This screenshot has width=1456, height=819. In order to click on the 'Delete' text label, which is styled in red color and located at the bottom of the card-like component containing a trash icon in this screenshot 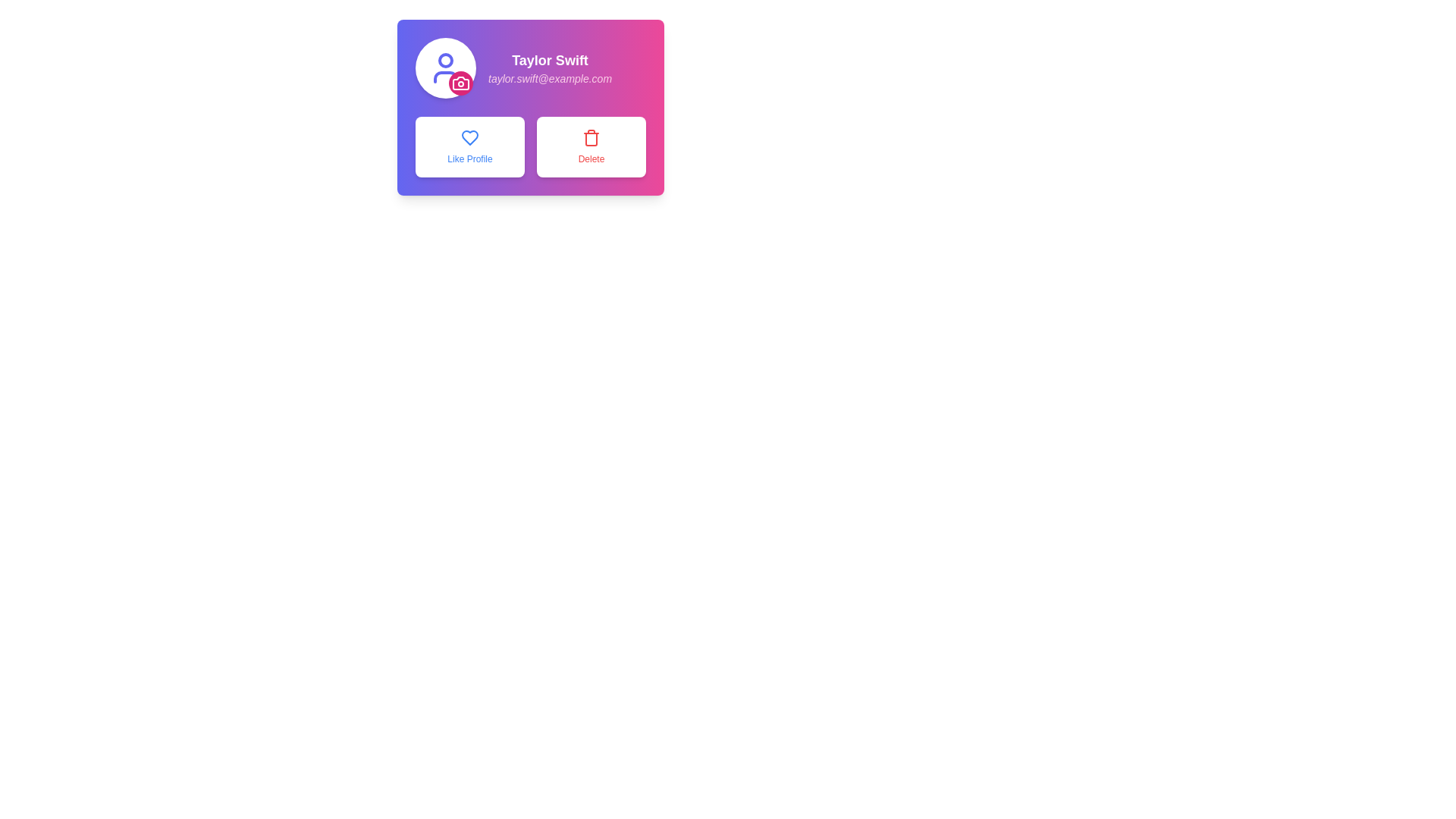, I will do `click(590, 158)`.